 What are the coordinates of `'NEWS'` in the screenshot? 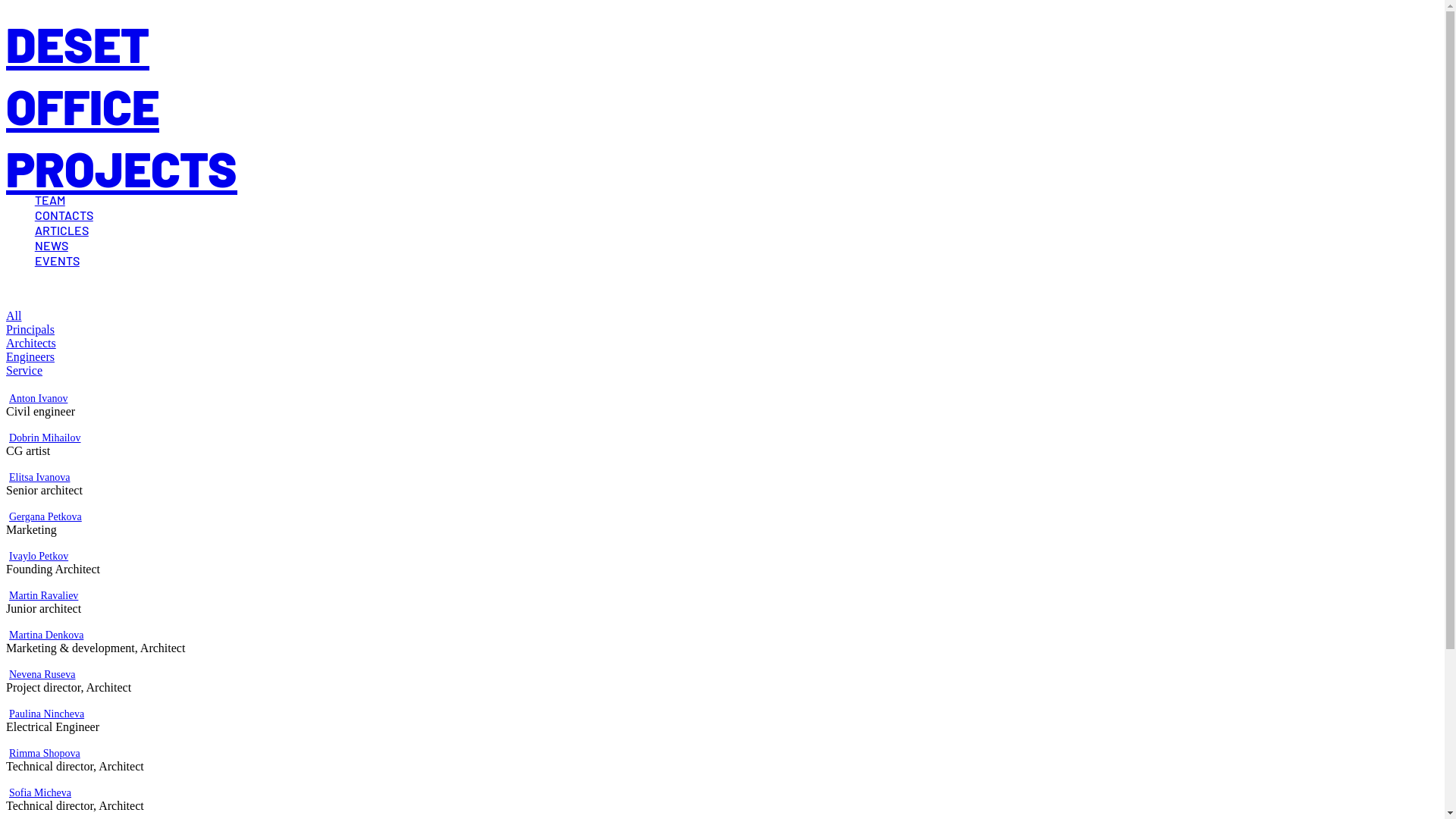 It's located at (51, 244).